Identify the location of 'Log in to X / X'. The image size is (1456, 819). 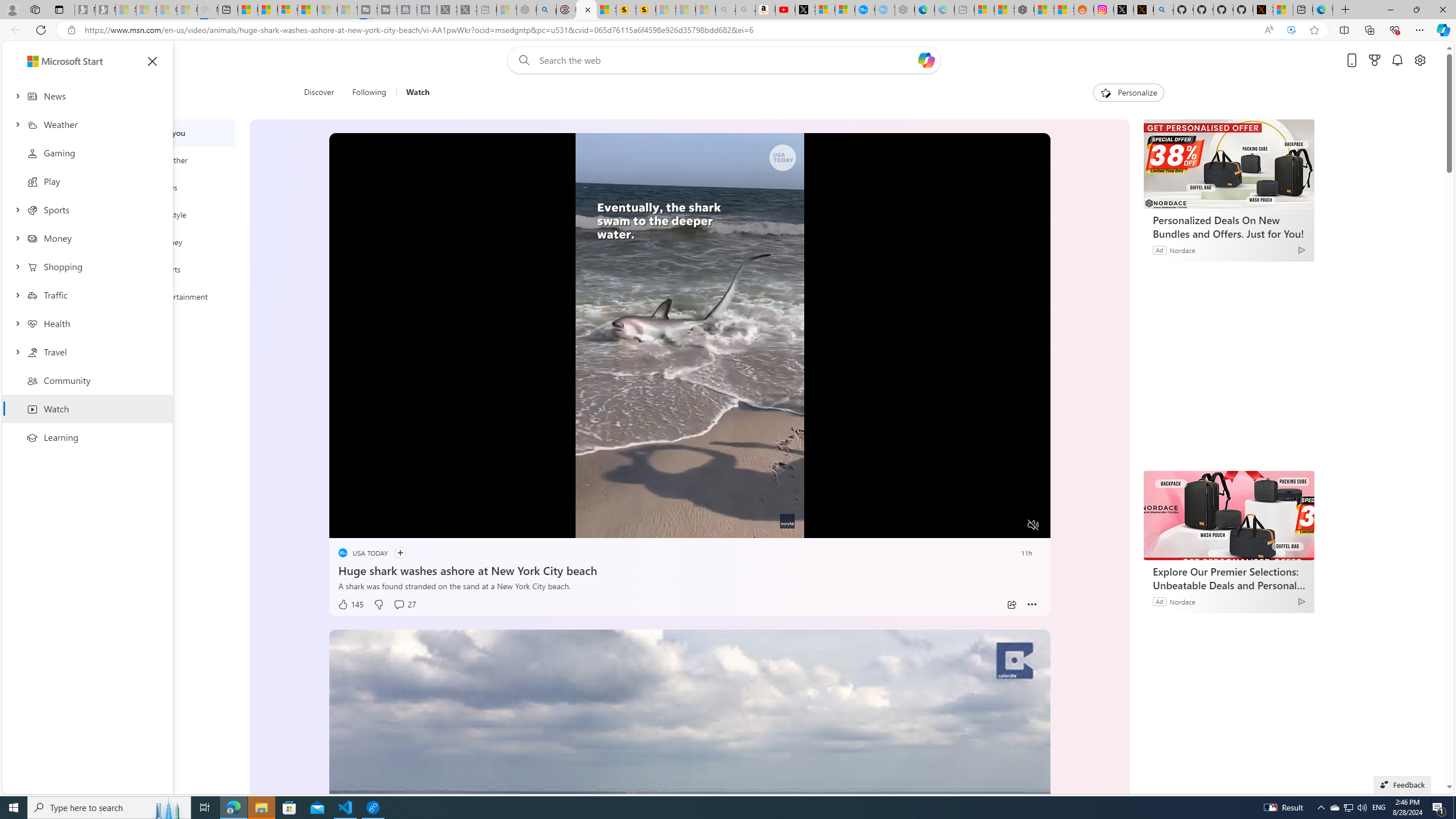
(1124, 9).